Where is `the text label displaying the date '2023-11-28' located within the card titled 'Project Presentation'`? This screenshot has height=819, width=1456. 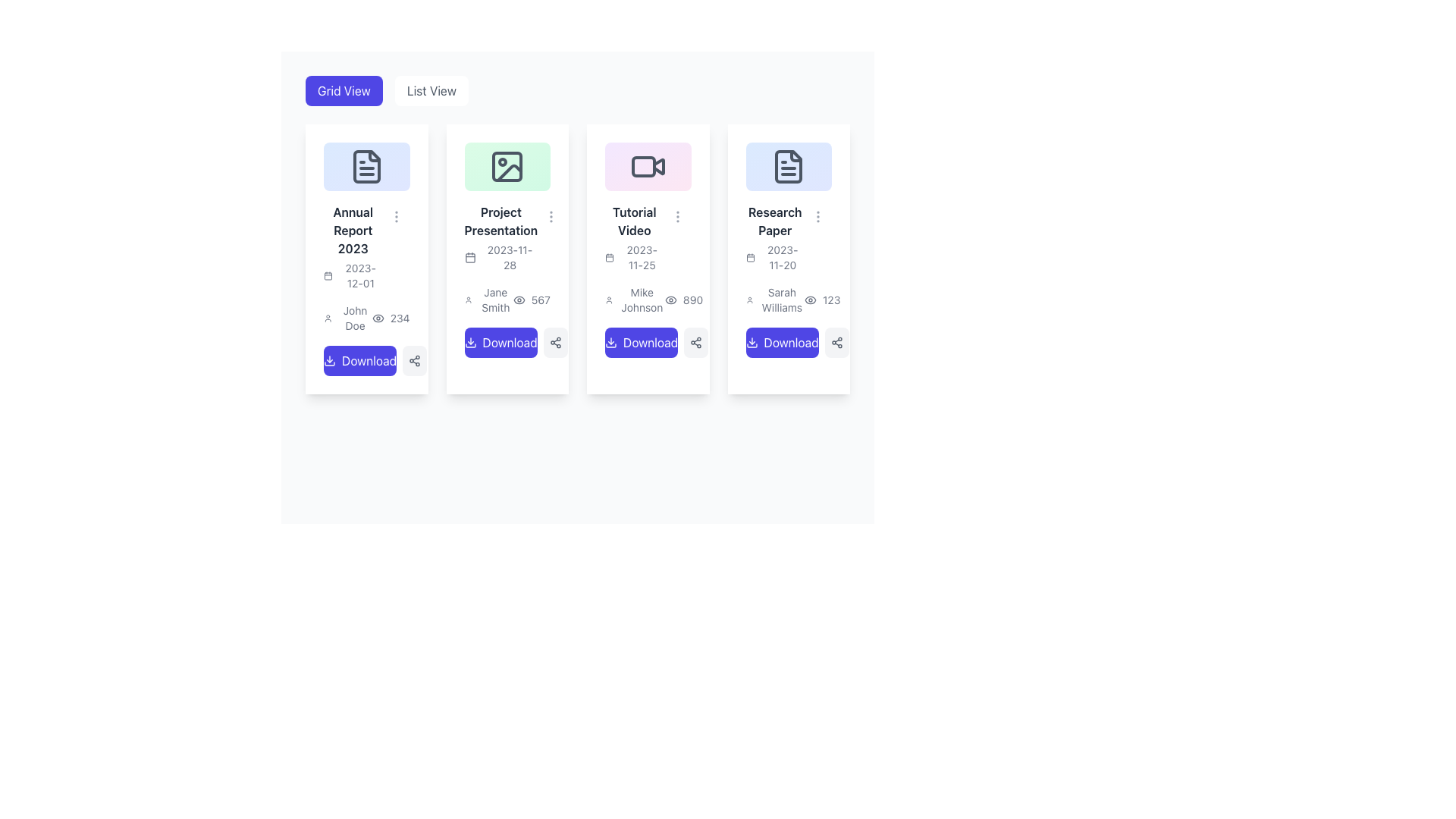 the text label displaying the date '2023-11-28' located within the card titled 'Project Presentation' is located at coordinates (510, 256).